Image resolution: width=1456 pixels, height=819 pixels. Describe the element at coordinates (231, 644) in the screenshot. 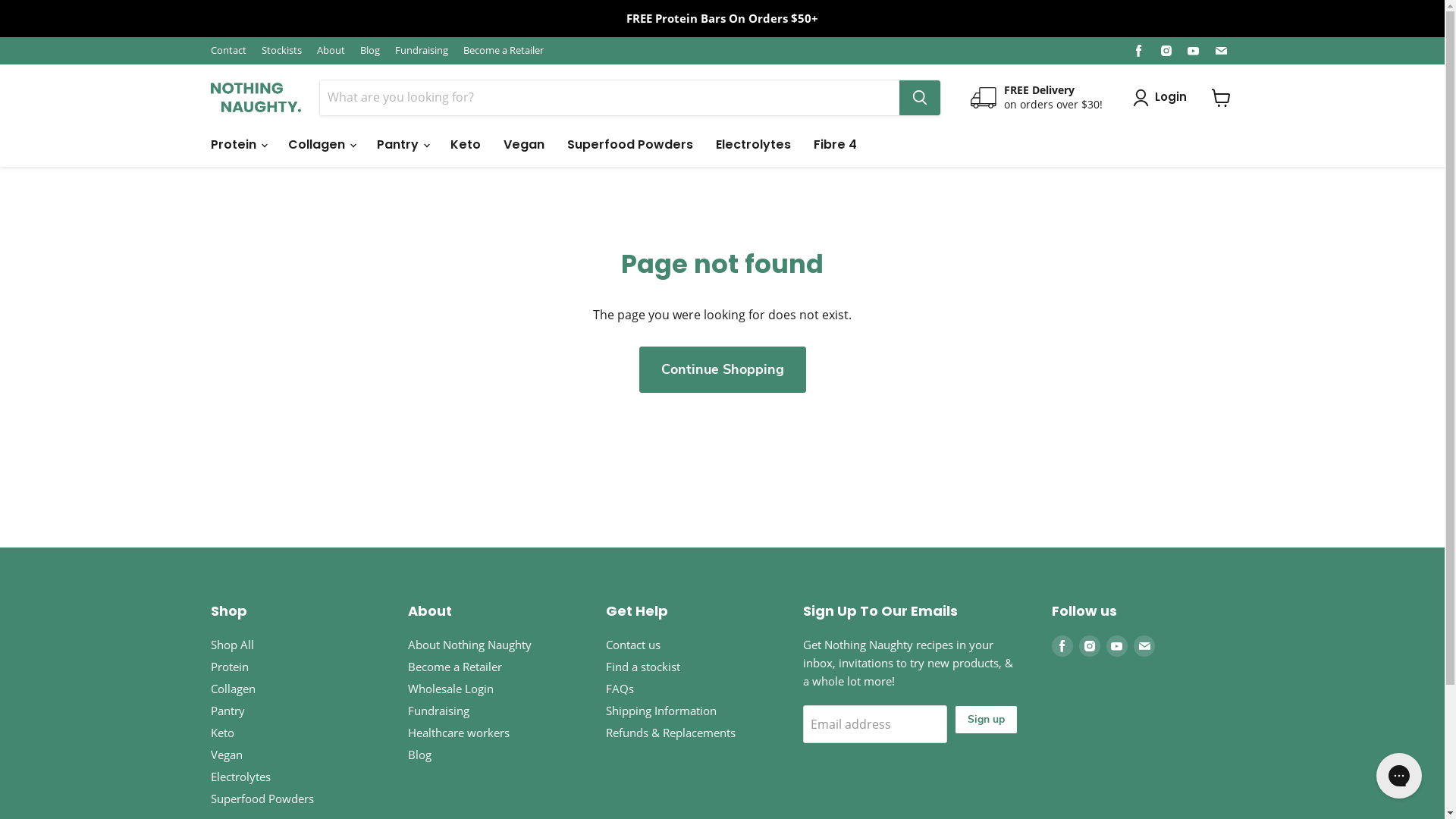

I see `'Shop All'` at that location.